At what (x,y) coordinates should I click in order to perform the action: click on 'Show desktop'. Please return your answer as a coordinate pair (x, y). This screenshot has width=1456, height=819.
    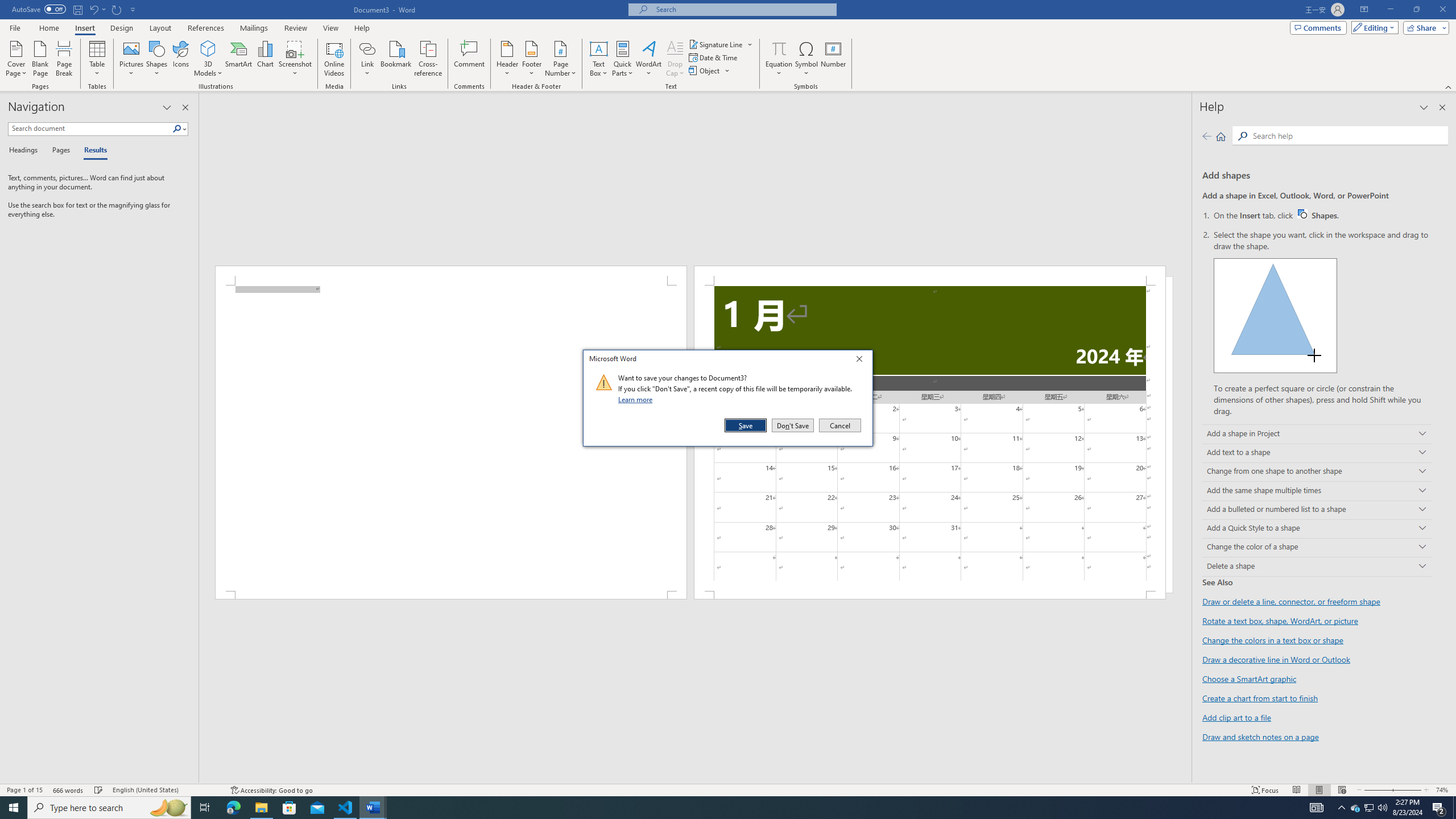
    Looking at the image, I should click on (1454, 806).